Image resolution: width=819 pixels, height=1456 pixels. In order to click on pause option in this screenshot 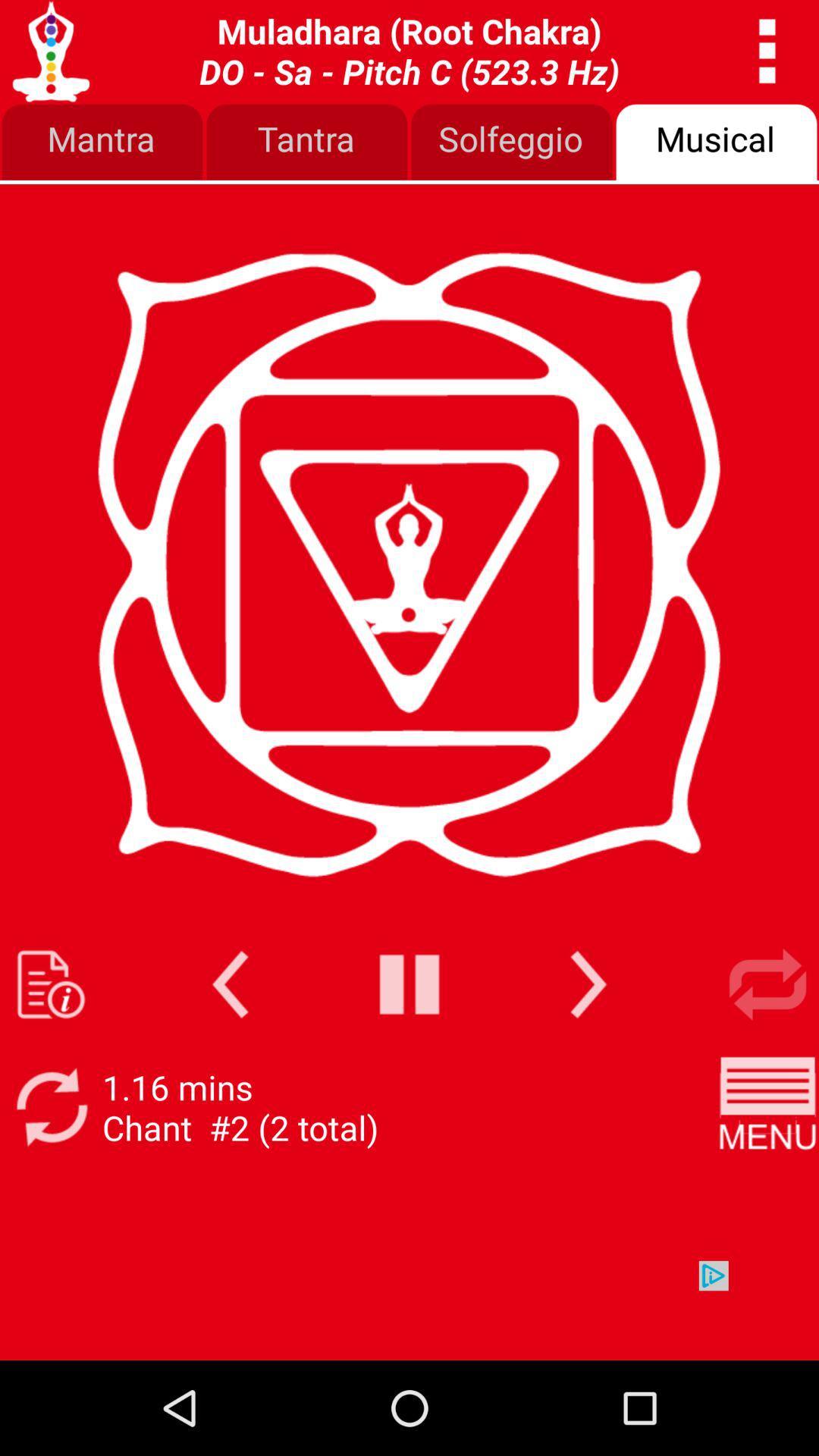, I will do `click(409, 984)`.